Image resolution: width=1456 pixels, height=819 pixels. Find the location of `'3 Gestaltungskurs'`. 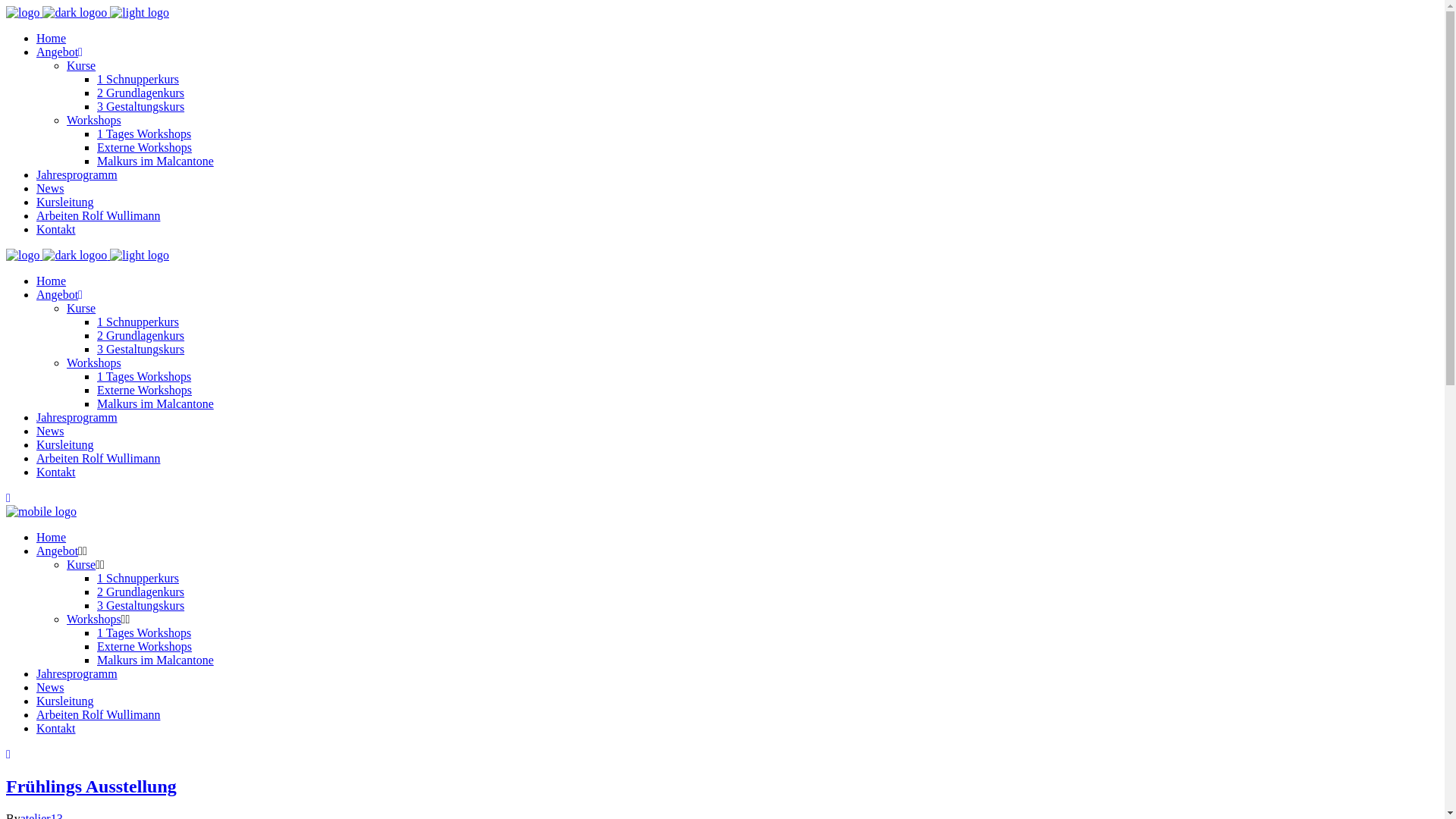

'3 Gestaltungskurs' is located at coordinates (140, 105).